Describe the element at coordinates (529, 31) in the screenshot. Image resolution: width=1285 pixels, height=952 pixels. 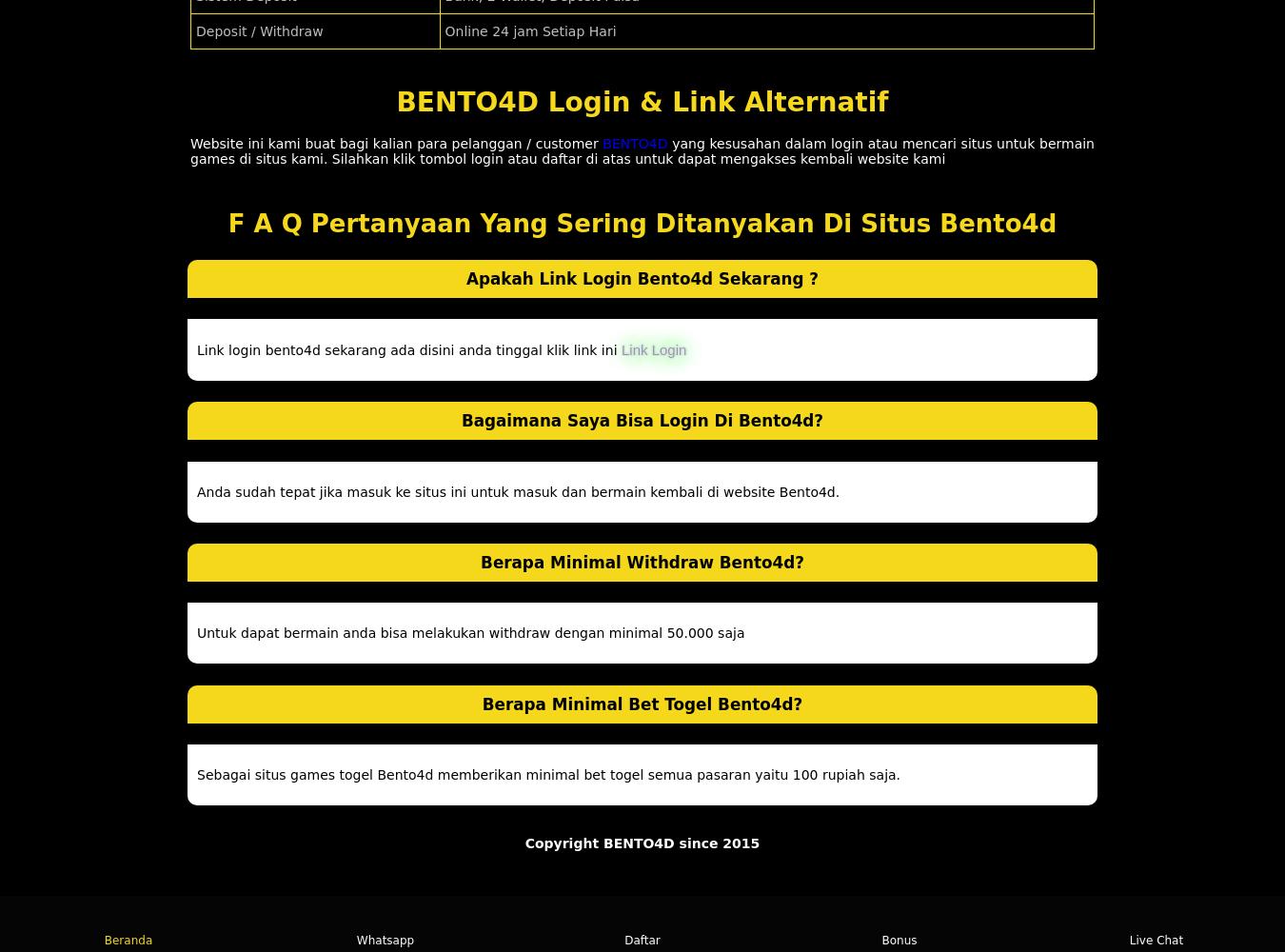
I see `'Online 24 jam Setiap Hari'` at that location.